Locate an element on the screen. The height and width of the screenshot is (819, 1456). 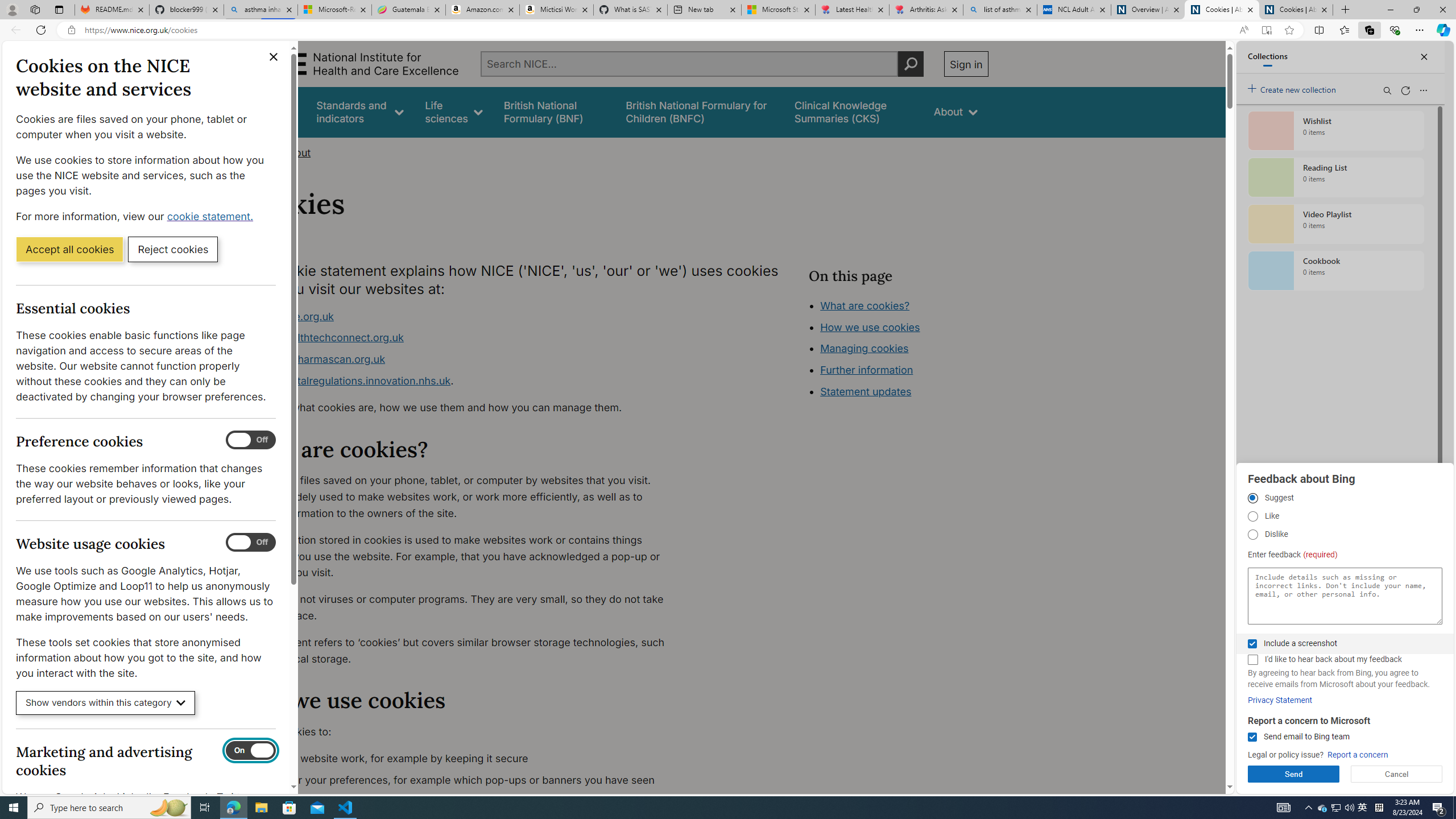
'Statement updates' is located at coordinates (864, 392).